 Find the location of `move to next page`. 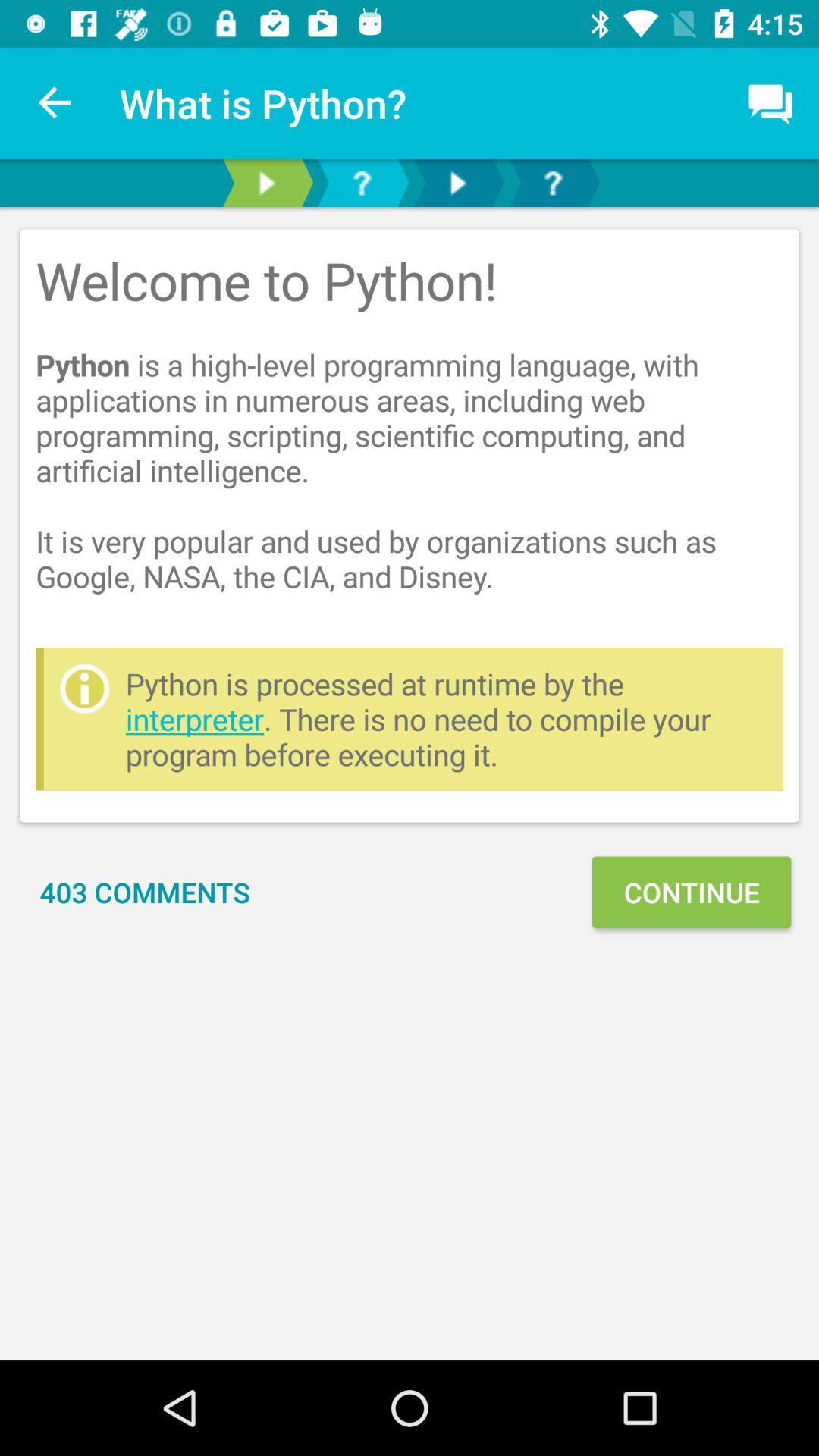

move to next page is located at coordinates (456, 182).